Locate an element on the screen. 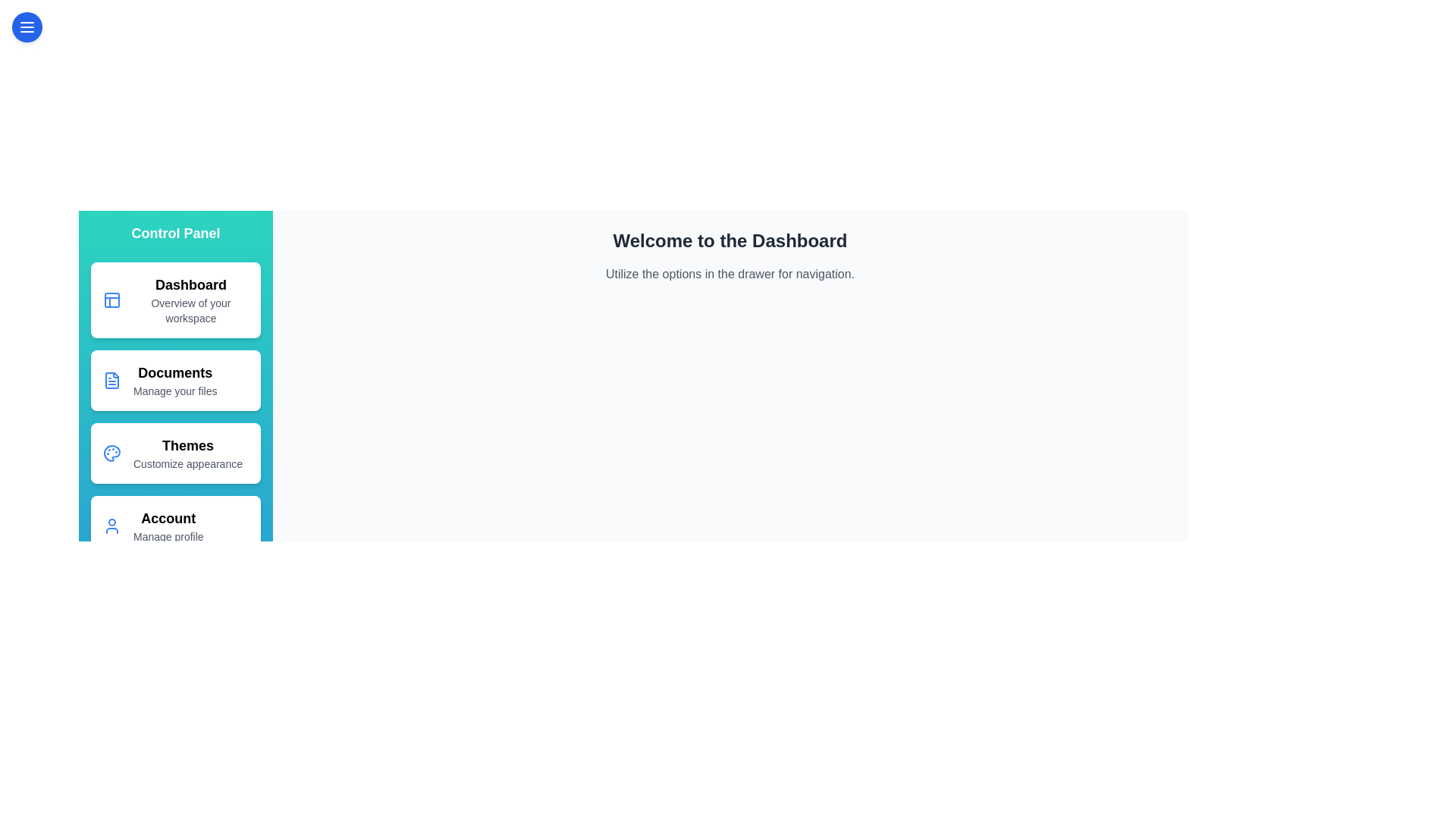 The image size is (1456, 819). the menu button to toggle the drawer visibility is located at coordinates (27, 27).